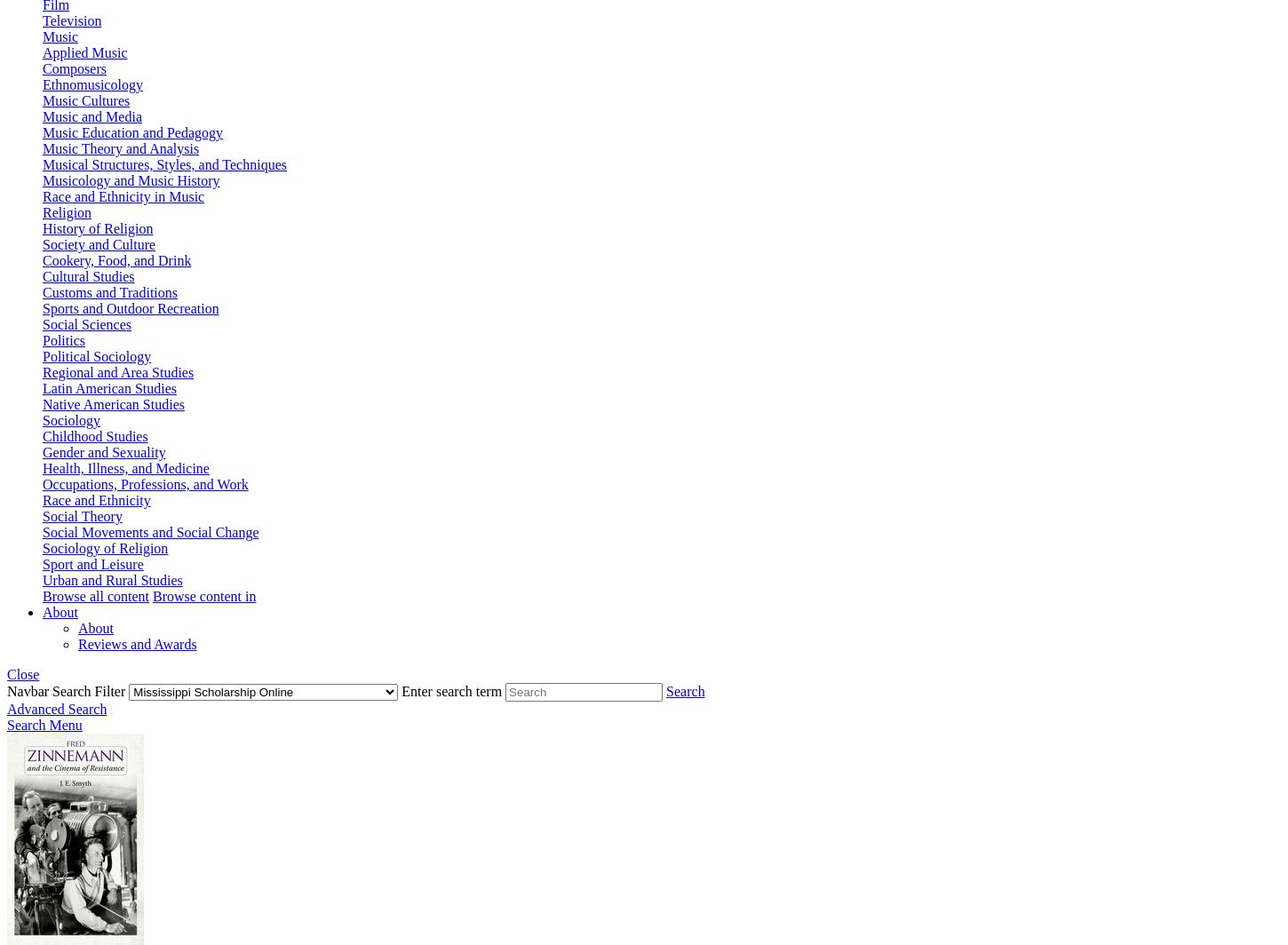  What do you see at coordinates (132, 244) in the screenshot?
I see `'Culture'` at bounding box center [132, 244].